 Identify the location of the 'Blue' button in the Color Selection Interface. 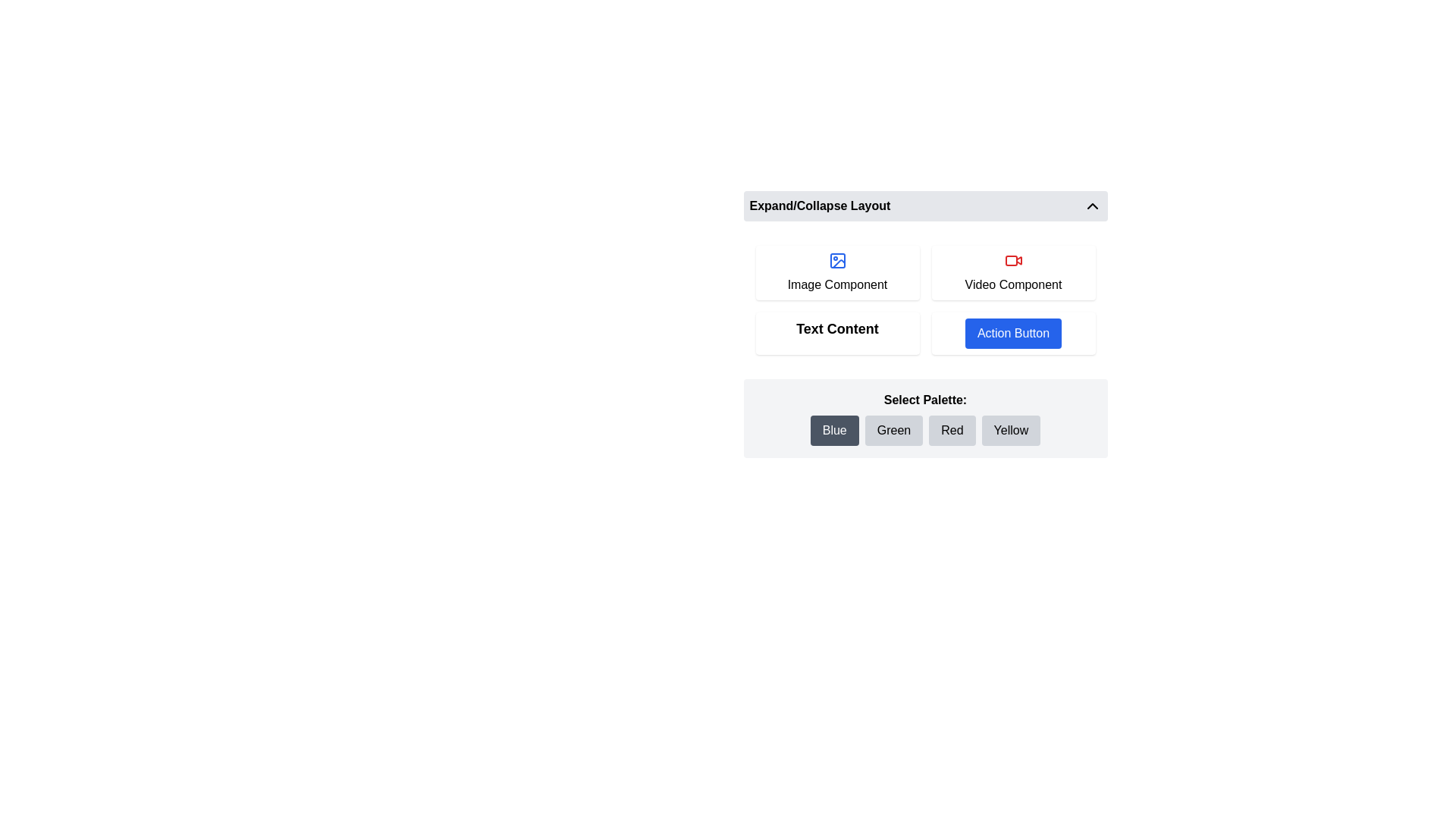
(924, 418).